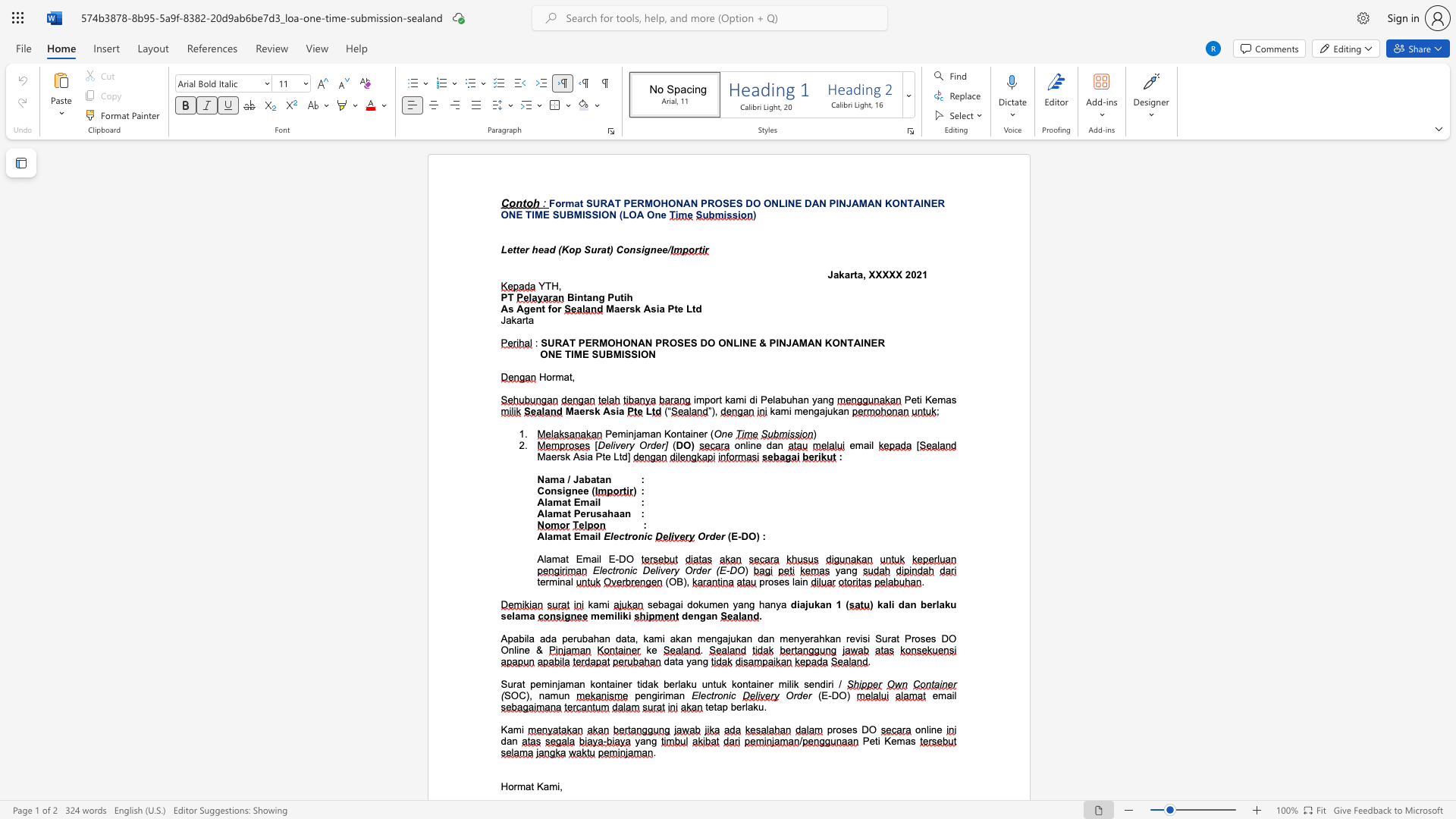  I want to click on the subset text "Alamat Email" within the text "Alamat Email", so click(537, 502).